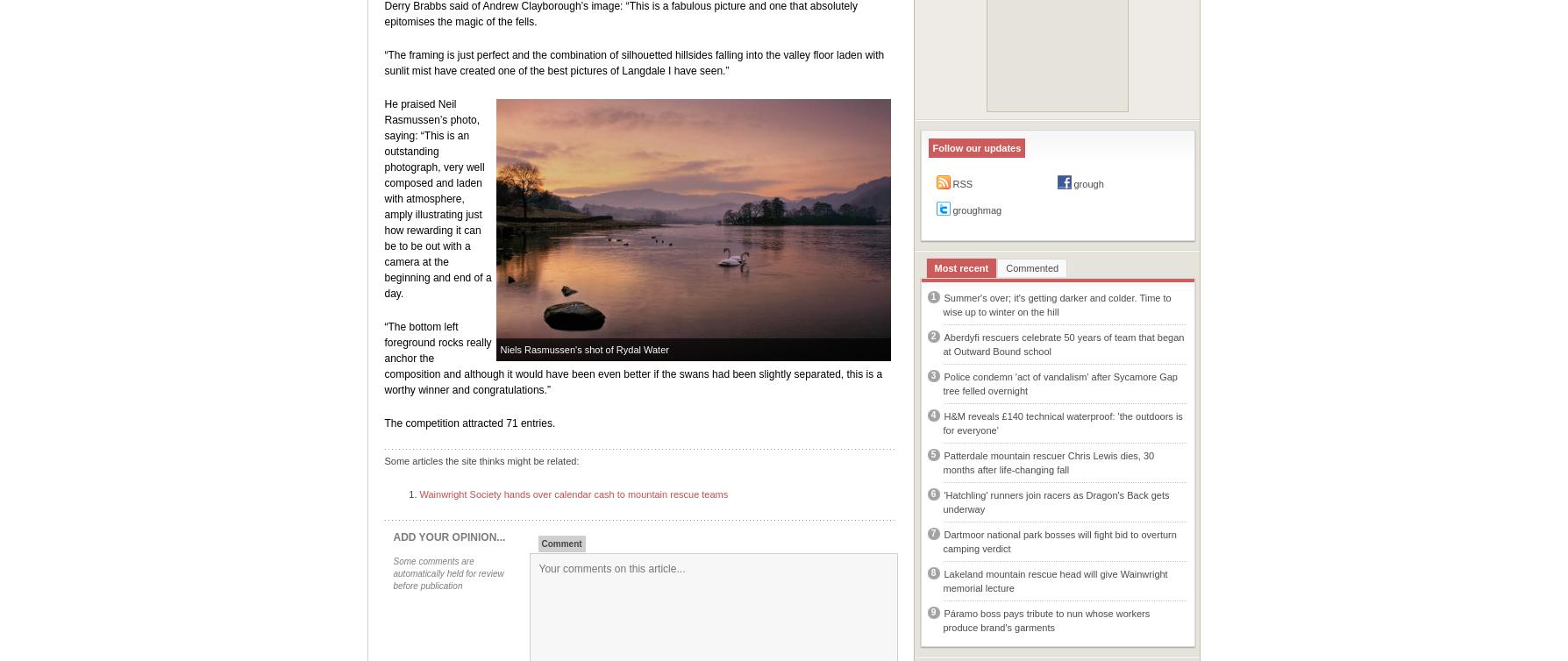 The height and width of the screenshot is (661, 1568). Describe the element at coordinates (1059, 383) in the screenshot. I see `'Police condemn 'act of vandalism' after Sycamore Gap tree felled overnight'` at that location.